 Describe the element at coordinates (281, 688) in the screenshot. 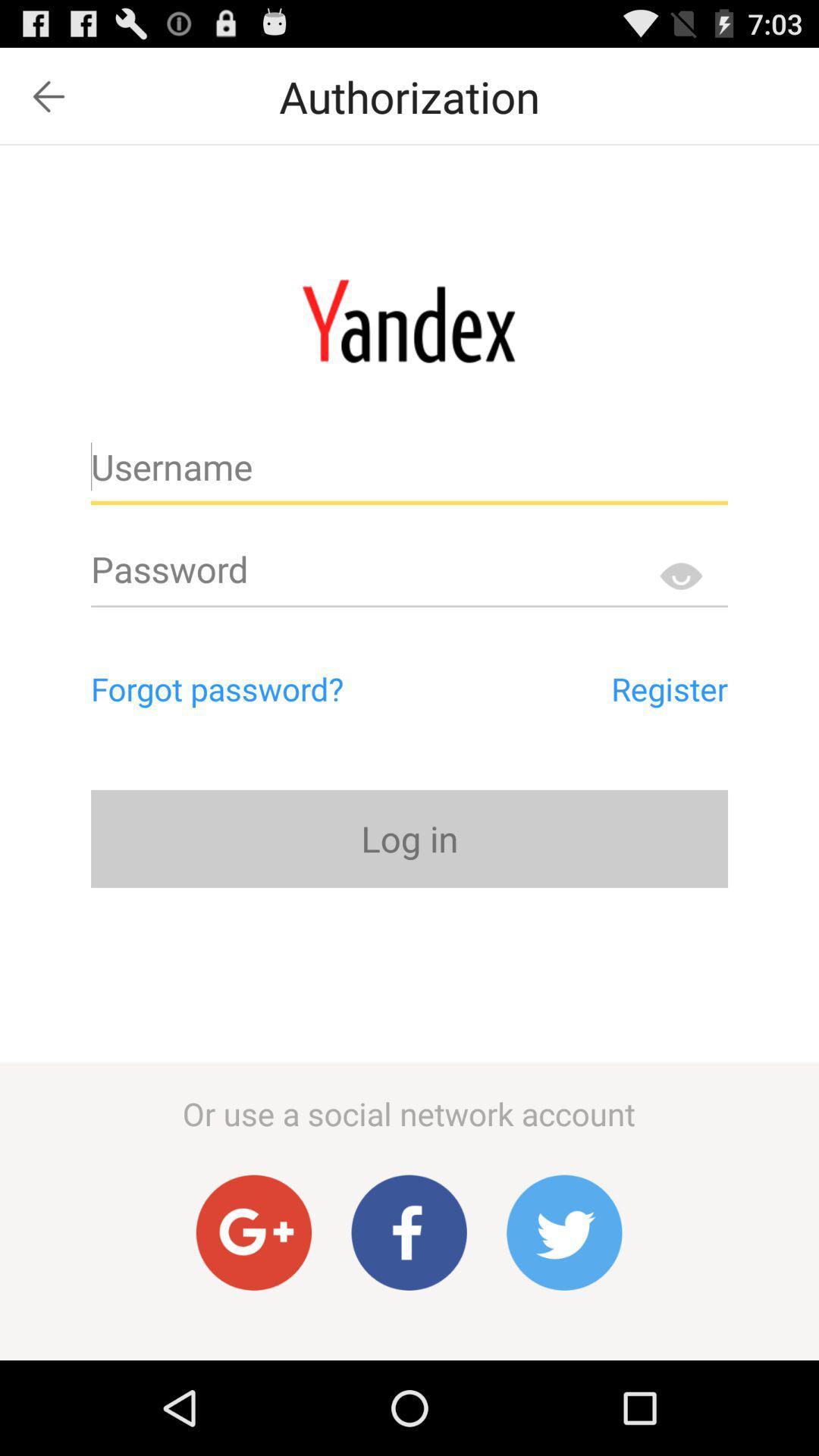

I see `item to the left of the register icon` at that location.